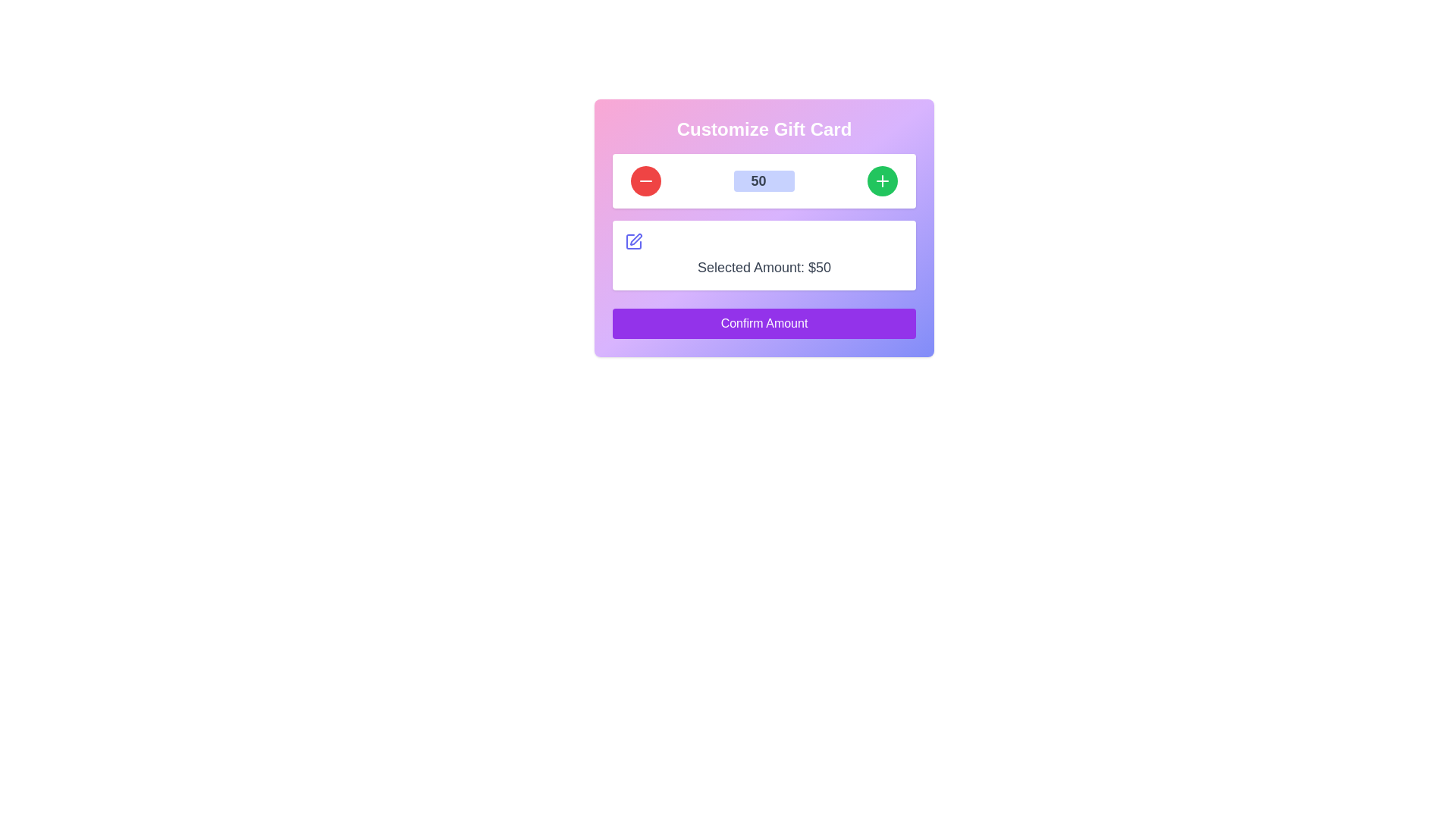 This screenshot has width=1456, height=819. What do you see at coordinates (882, 180) in the screenshot?
I see `the third button in the row at the top of the card-like section to increase the value displayed in the adjacent input field` at bounding box center [882, 180].